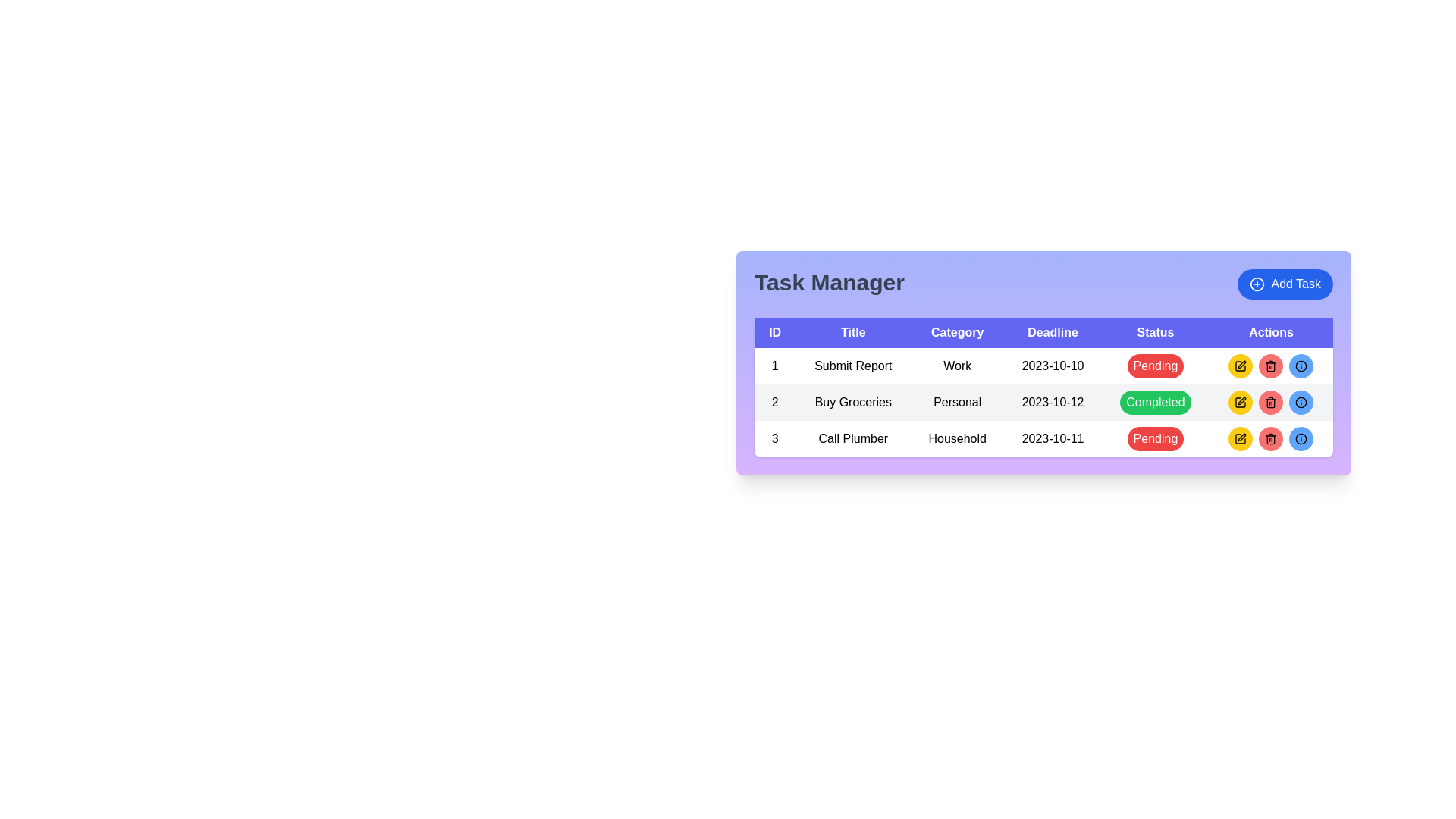 The width and height of the screenshot is (1456, 819). I want to click on the rounded red button labeled 'Pending' located in the 'Status' column of the third row in the 'Task Manager' table, so click(1154, 438).